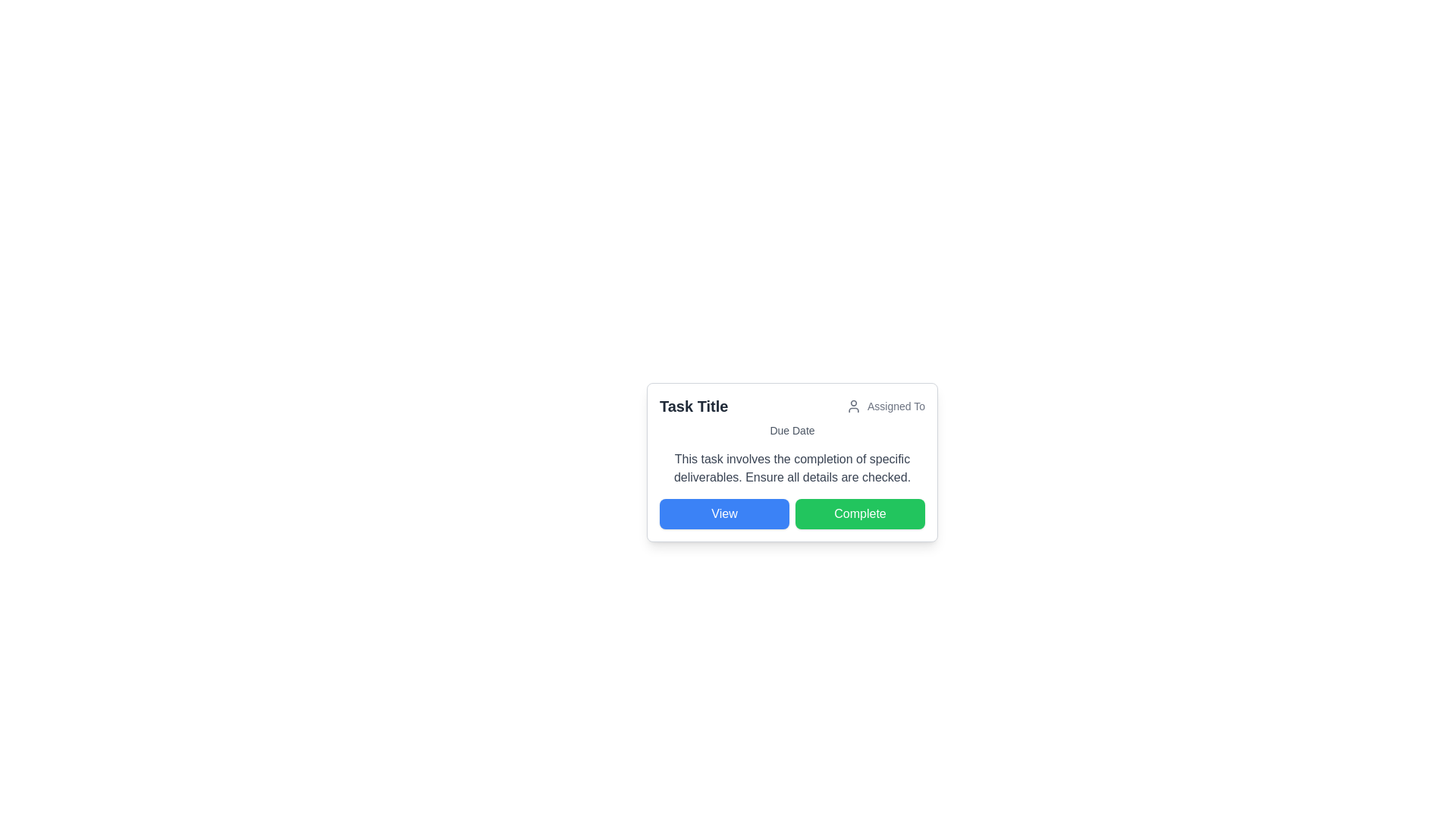 The image size is (1456, 819). I want to click on the textual header element indicating the subject or name of the task, located to the left of the 'Assigned To' text and icon group, so click(693, 406).